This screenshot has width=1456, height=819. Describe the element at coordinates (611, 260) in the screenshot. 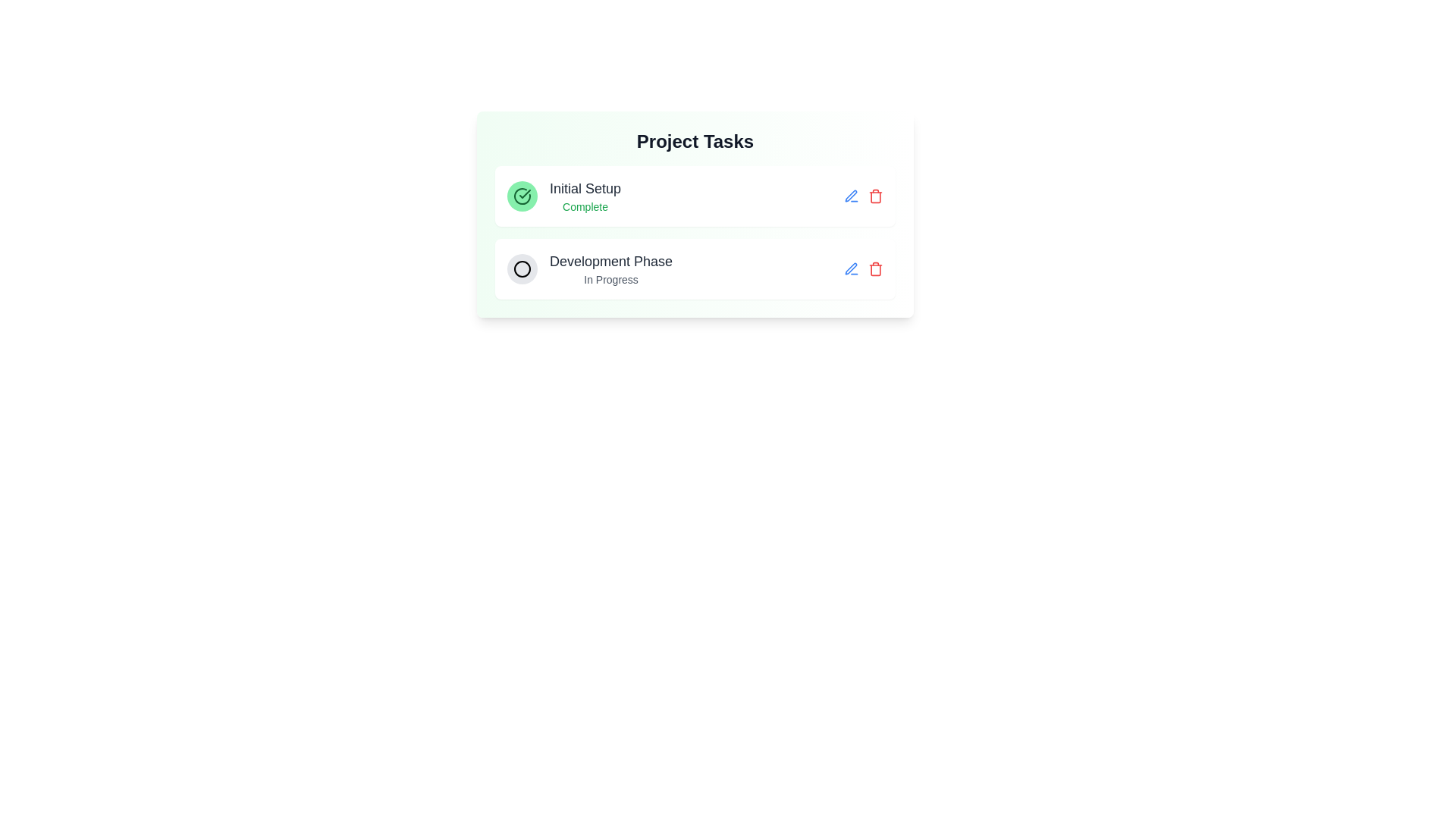

I see `the 'Development Phase' text label, which is prominently displayed in a bold font and dark gray color, located on the second row of task cards, aligned horizontally with a circular icon and above the 'In Progress' text` at that location.